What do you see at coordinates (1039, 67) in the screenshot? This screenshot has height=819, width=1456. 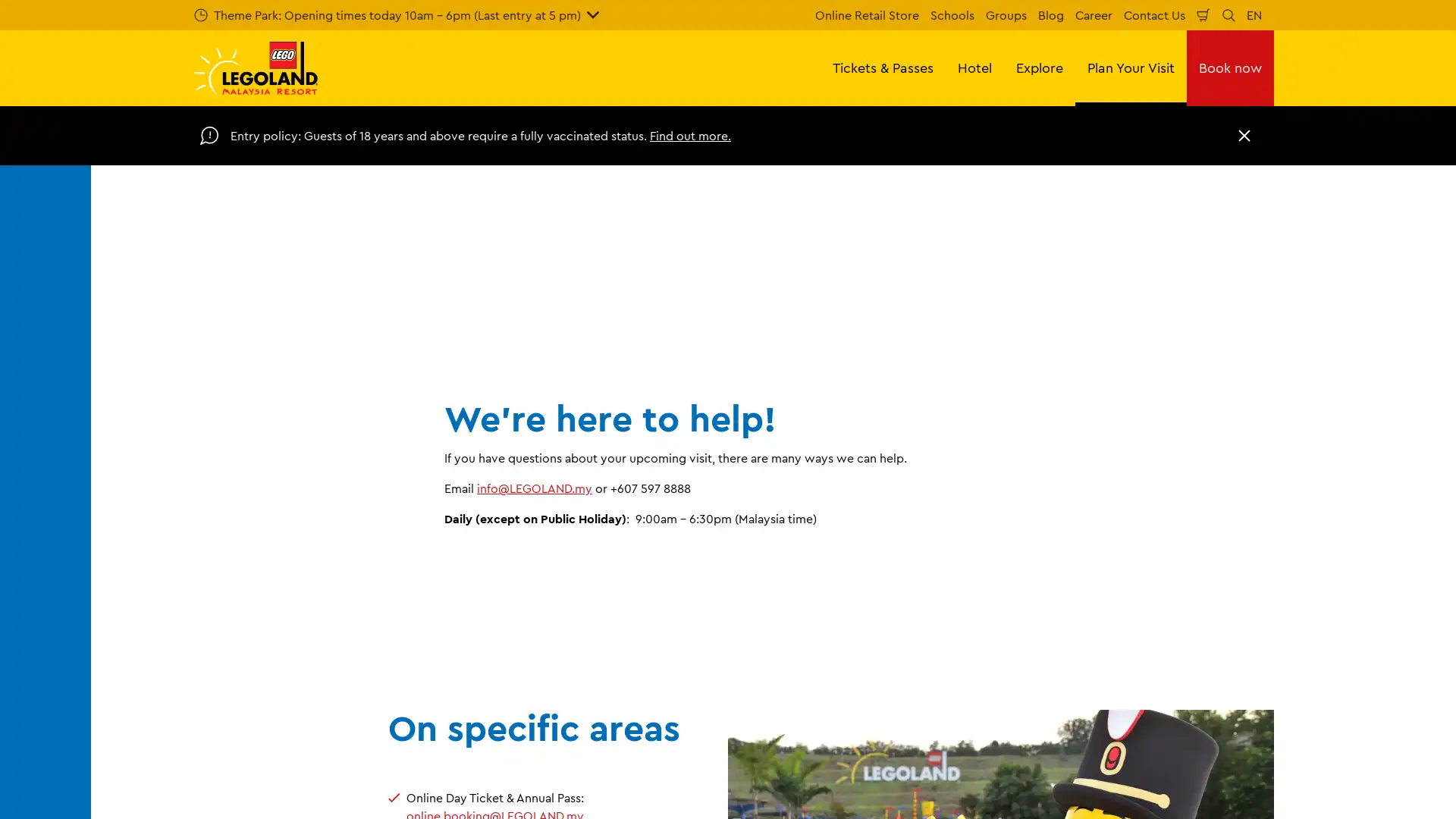 I see `Explore` at bounding box center [1039, 67].